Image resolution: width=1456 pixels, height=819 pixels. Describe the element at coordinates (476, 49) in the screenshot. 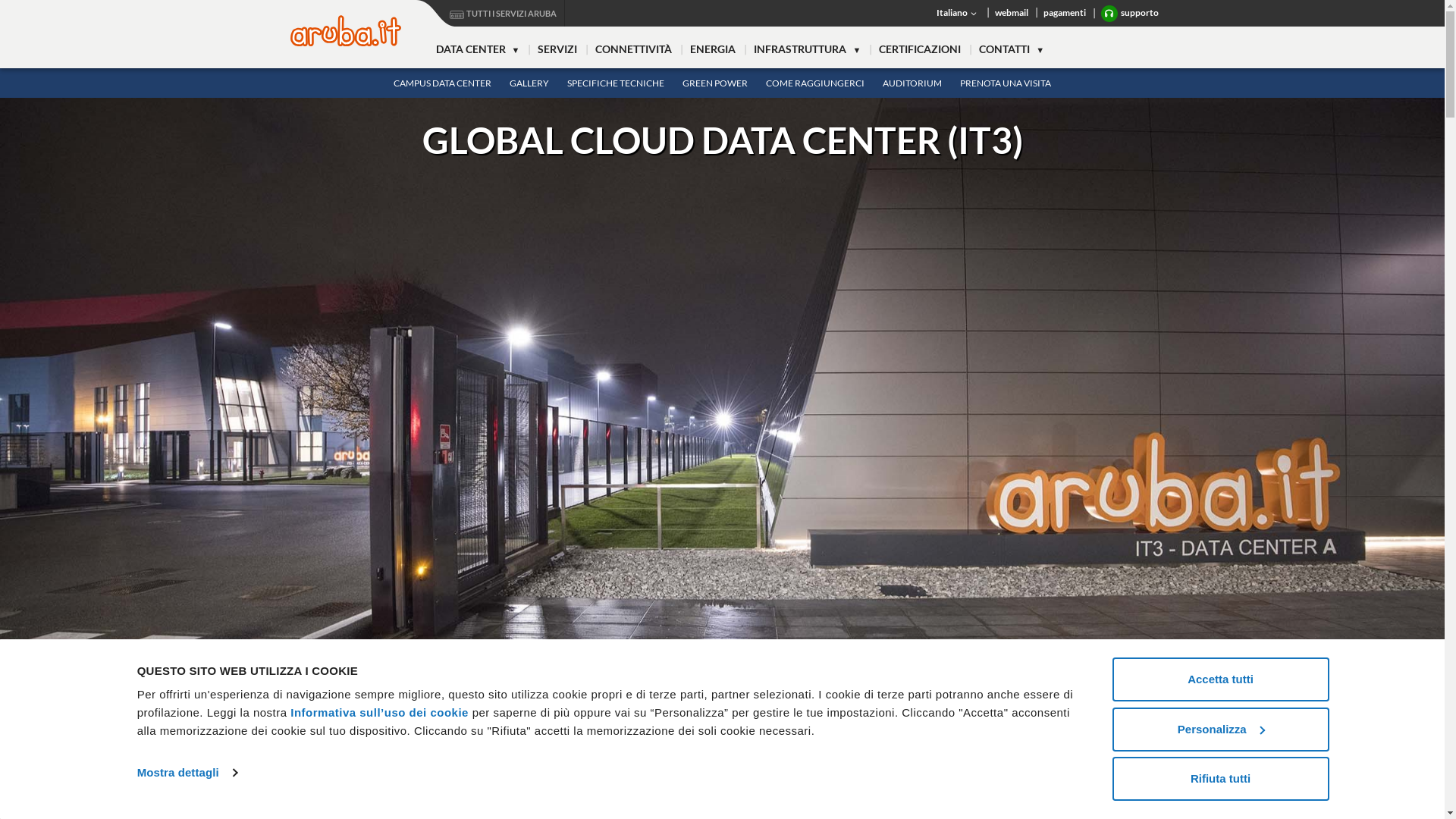

I see `'DATA CENTER'` at that location.